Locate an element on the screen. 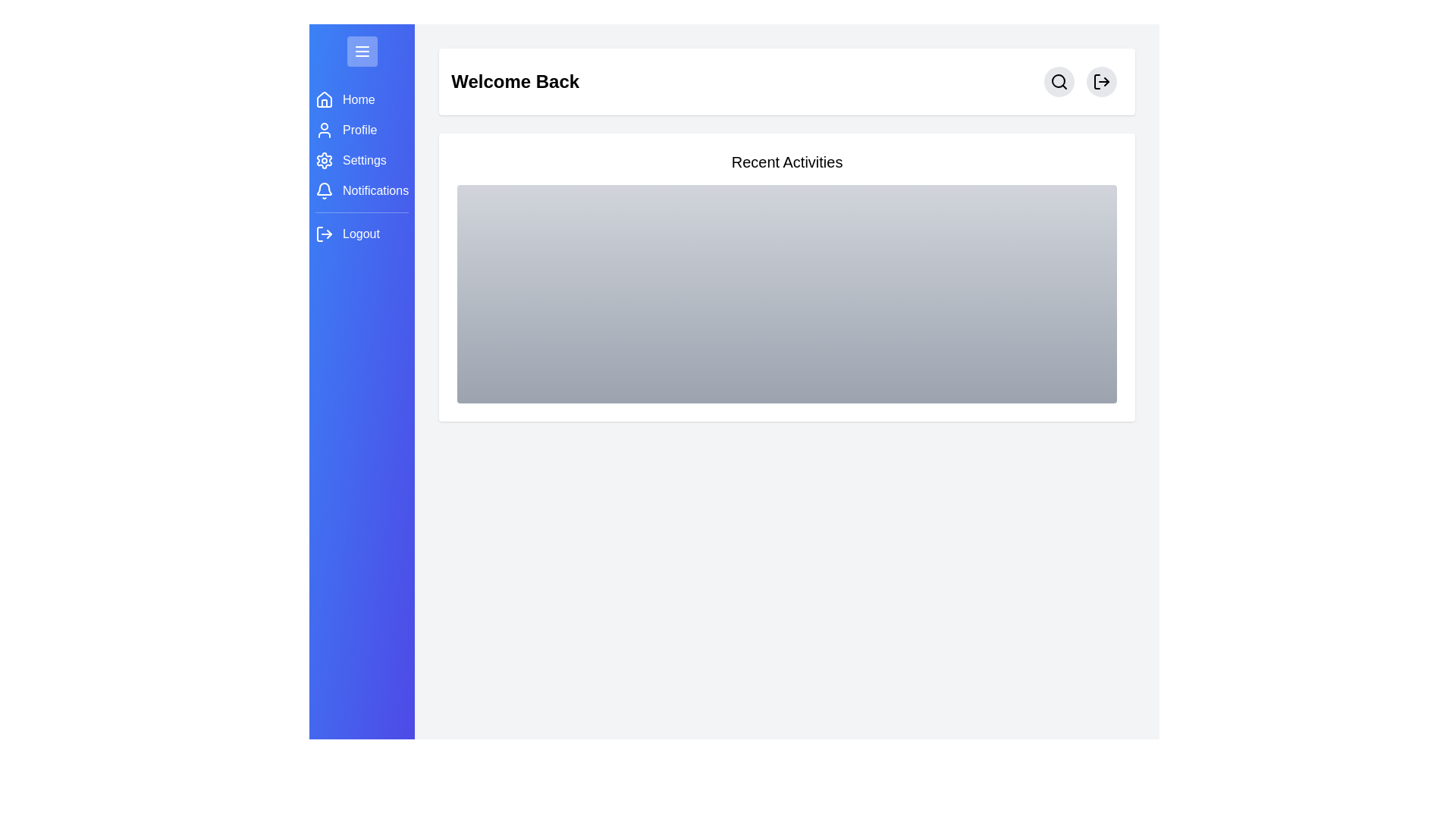 The height and width of the screenshot is (819, 1456). the 'Profile' navigation item in the vertical menu, which features a user icon on the left and is the second item in the list is located at coordinates (361, 130).